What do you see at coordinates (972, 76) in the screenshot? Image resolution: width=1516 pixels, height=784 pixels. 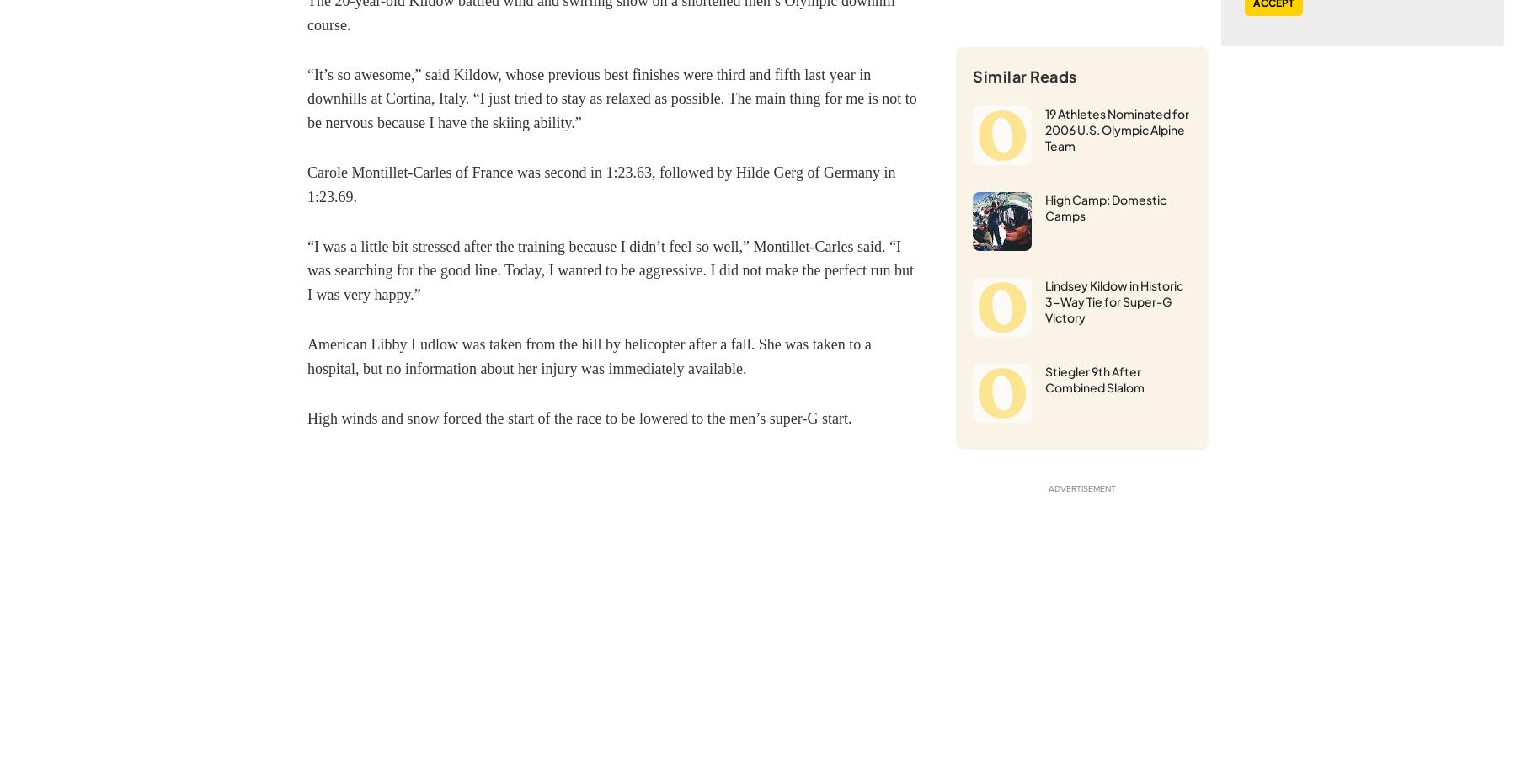 I see `'Similar Reads'` at bounding box center [972, 76].